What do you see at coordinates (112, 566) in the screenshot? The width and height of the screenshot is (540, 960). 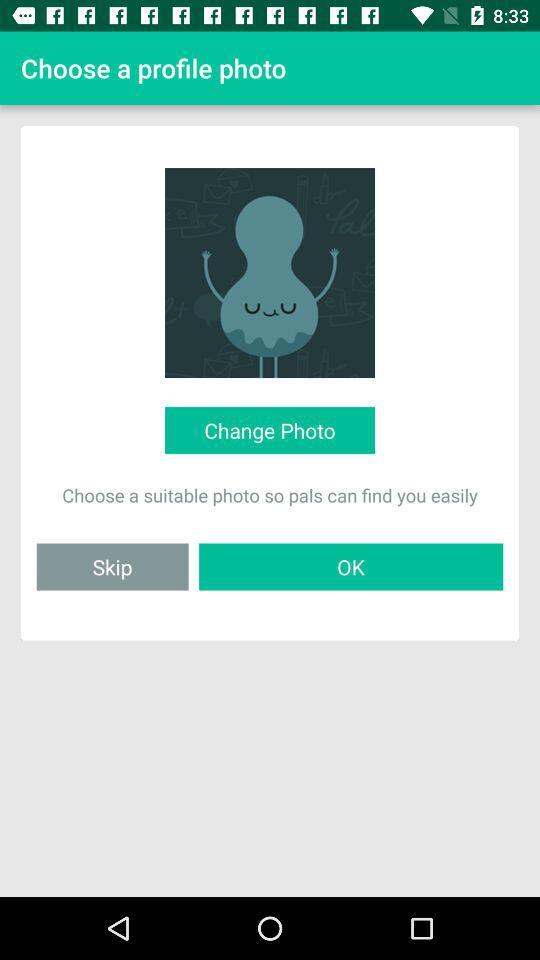 I see `skip icon` at bounding box center [112, 566].